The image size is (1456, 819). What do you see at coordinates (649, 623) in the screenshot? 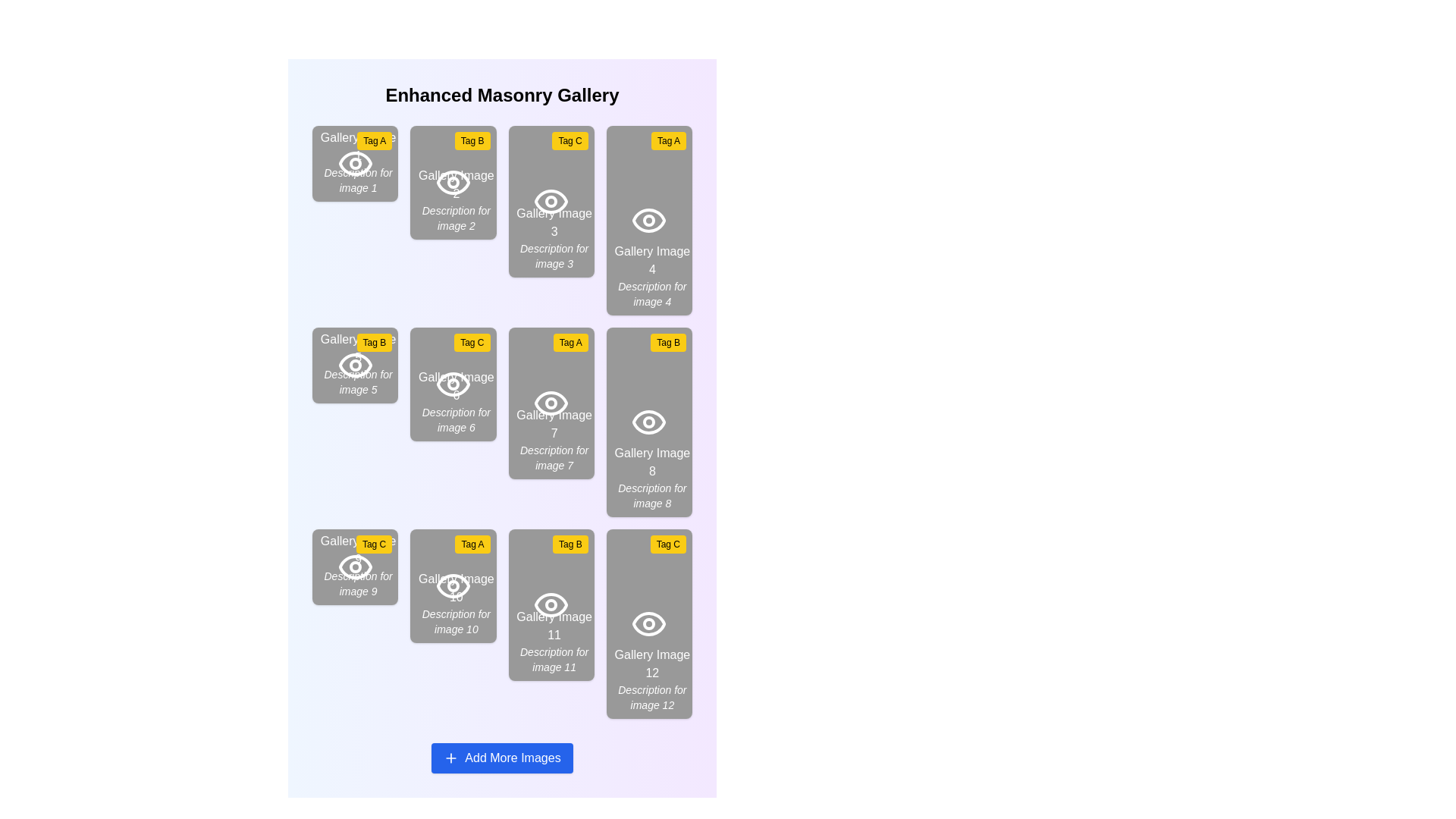
I see `the eye icon centered on the card labeled 'Gallery Image 12' which is at the last row and last column of the gallery layout` at bounding box center [649, 623].